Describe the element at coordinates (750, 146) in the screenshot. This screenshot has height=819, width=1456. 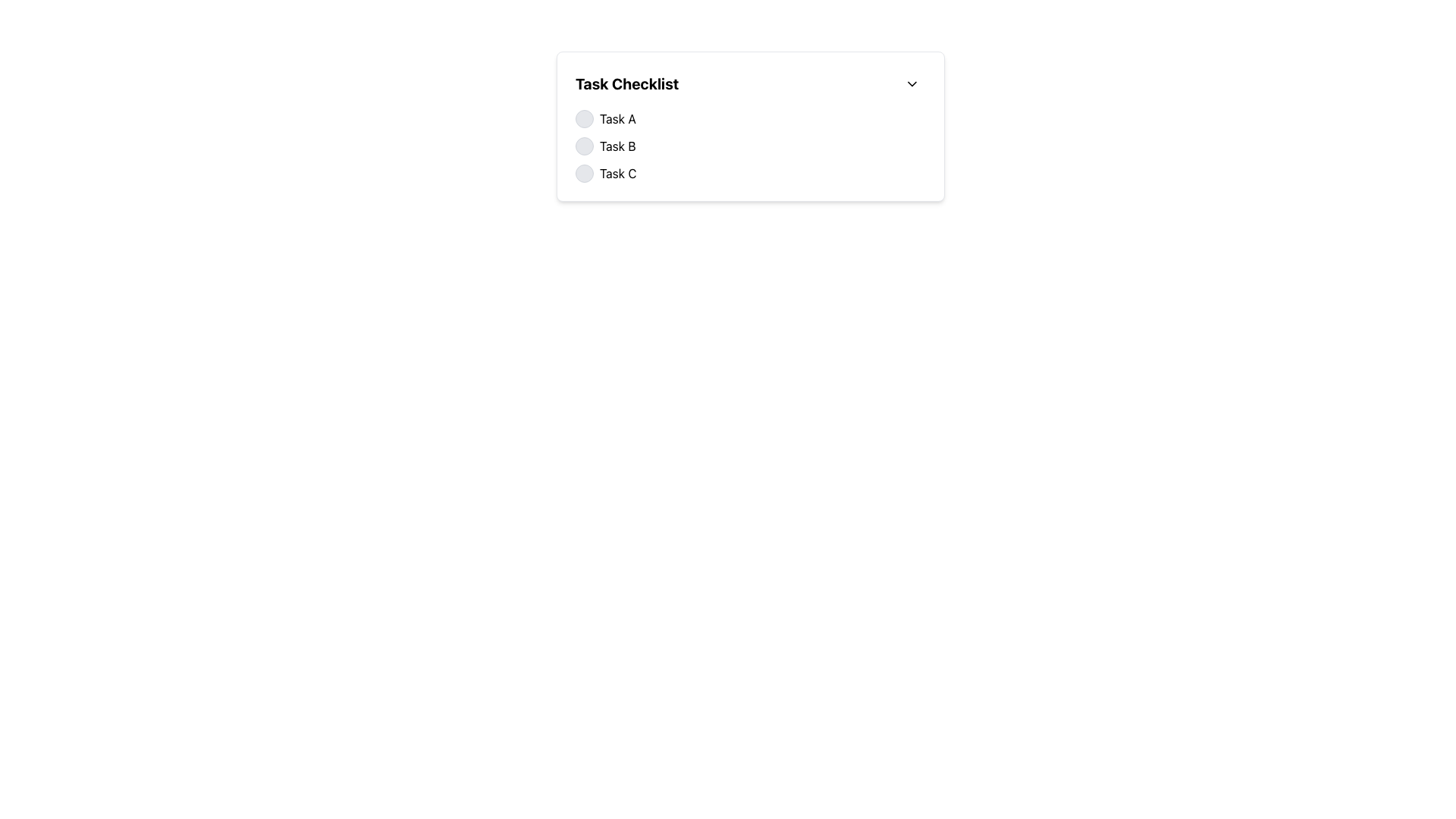
I see `the checkbox of the task item labeled 'Task B'` at that location.